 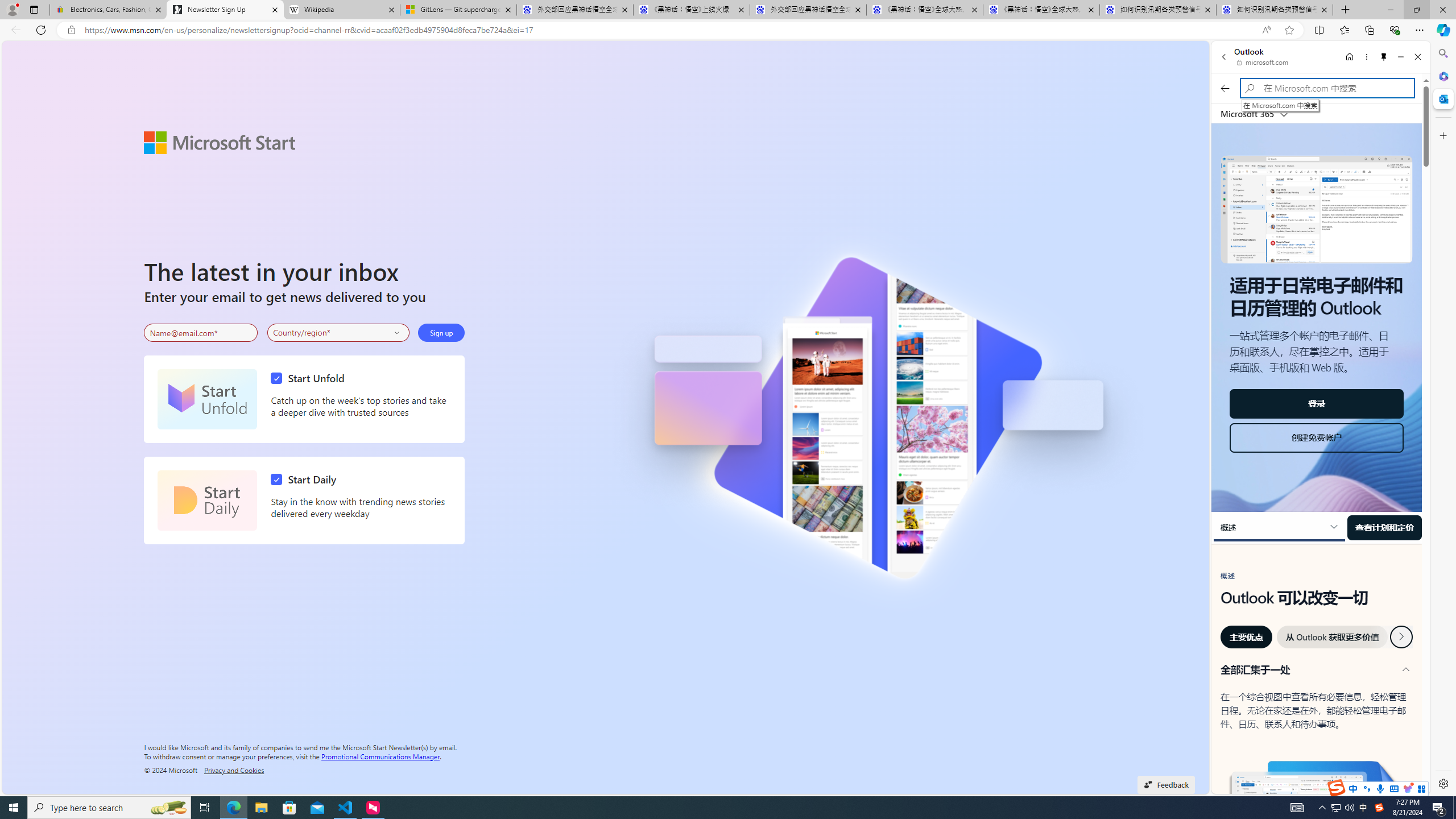 I want to click on 'Start Daily', so click(x=206, y=500).